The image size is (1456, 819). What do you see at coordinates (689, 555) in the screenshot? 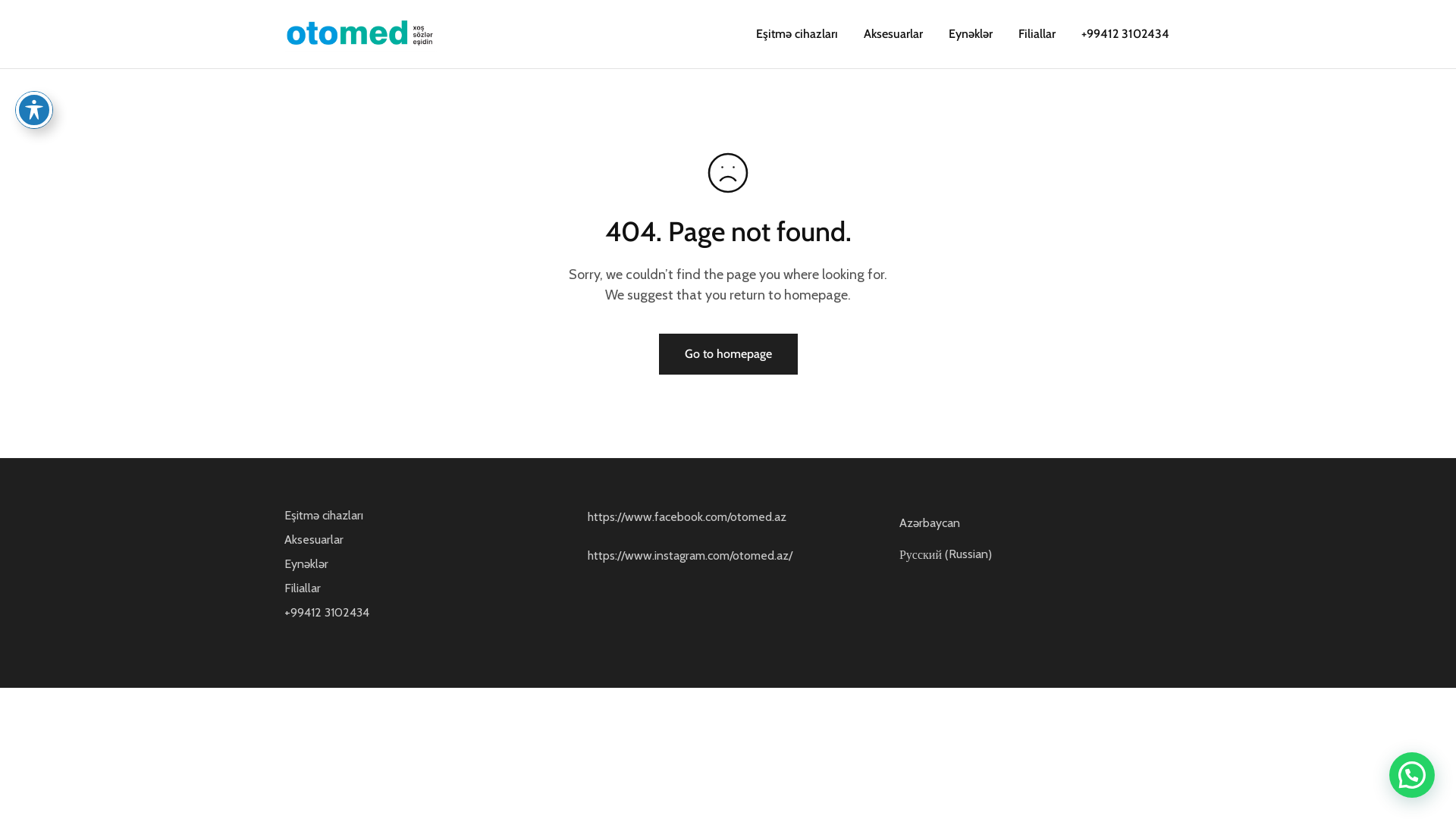
I see `'https://www.instagram.com/otomed.az/'` at bounding box center [689, 555].